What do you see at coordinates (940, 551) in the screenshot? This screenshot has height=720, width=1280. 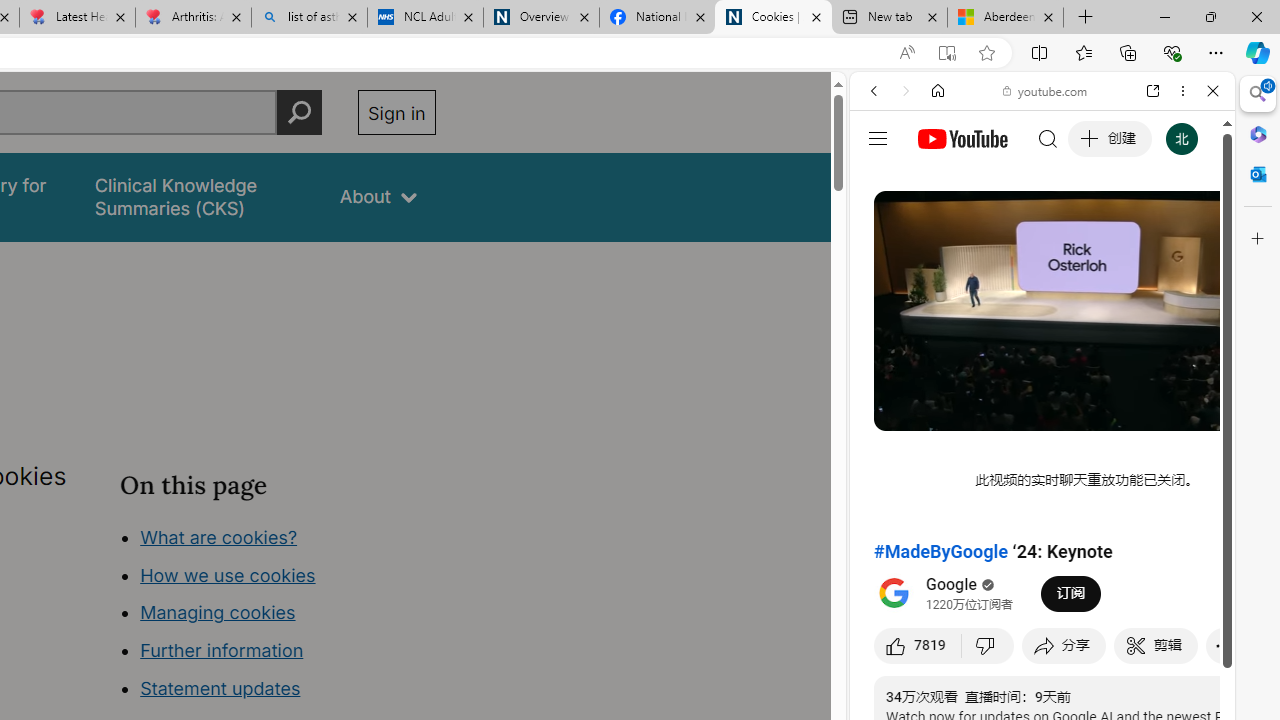 I see `'#MadeByGoogle'` at bounding box center [940, 551].